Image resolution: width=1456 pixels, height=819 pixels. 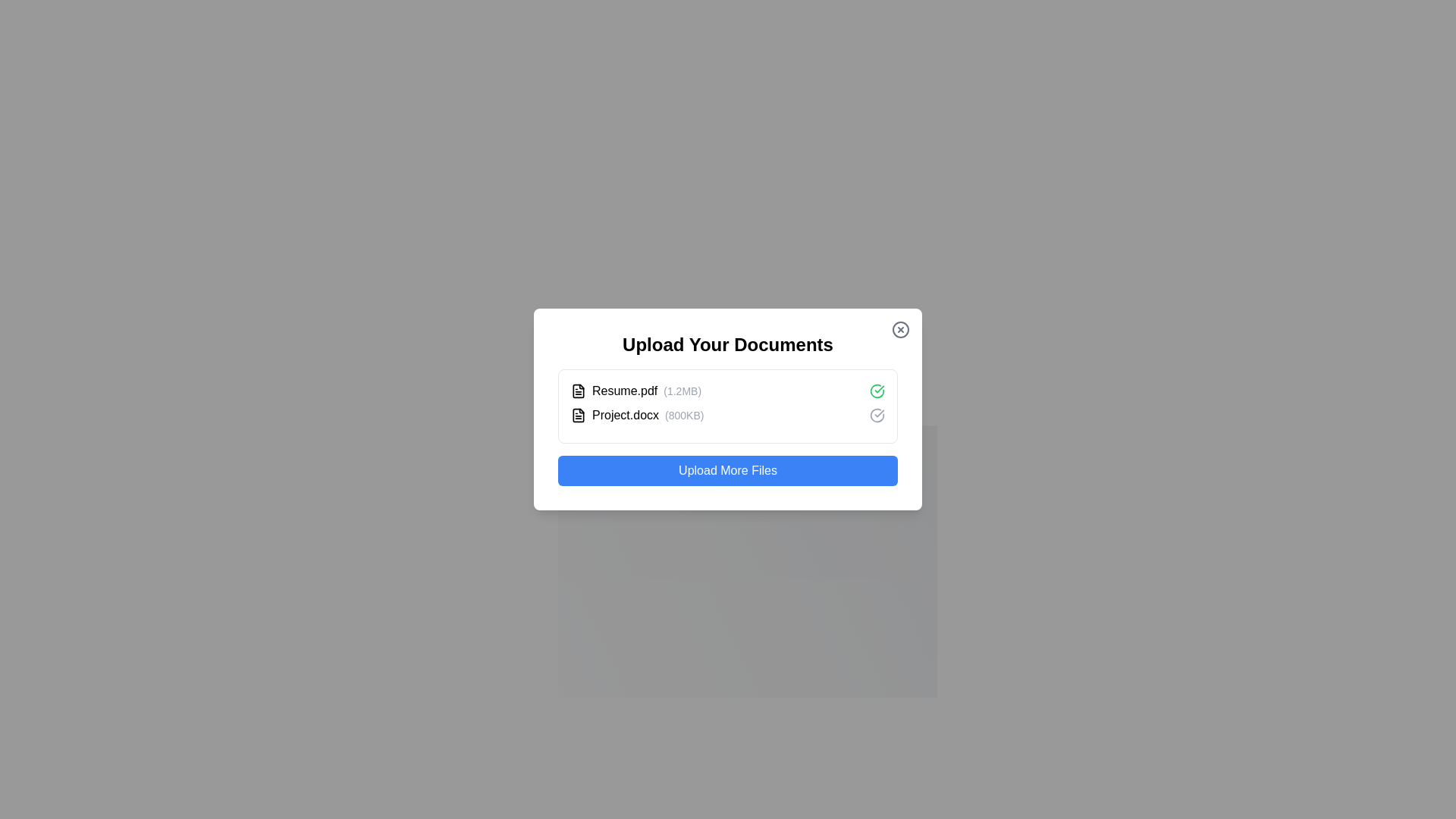 I want to click on the file icon located to the left of the label 'Project.docx (800KB)' in the second row of the document list, so click(x=578, y=415).